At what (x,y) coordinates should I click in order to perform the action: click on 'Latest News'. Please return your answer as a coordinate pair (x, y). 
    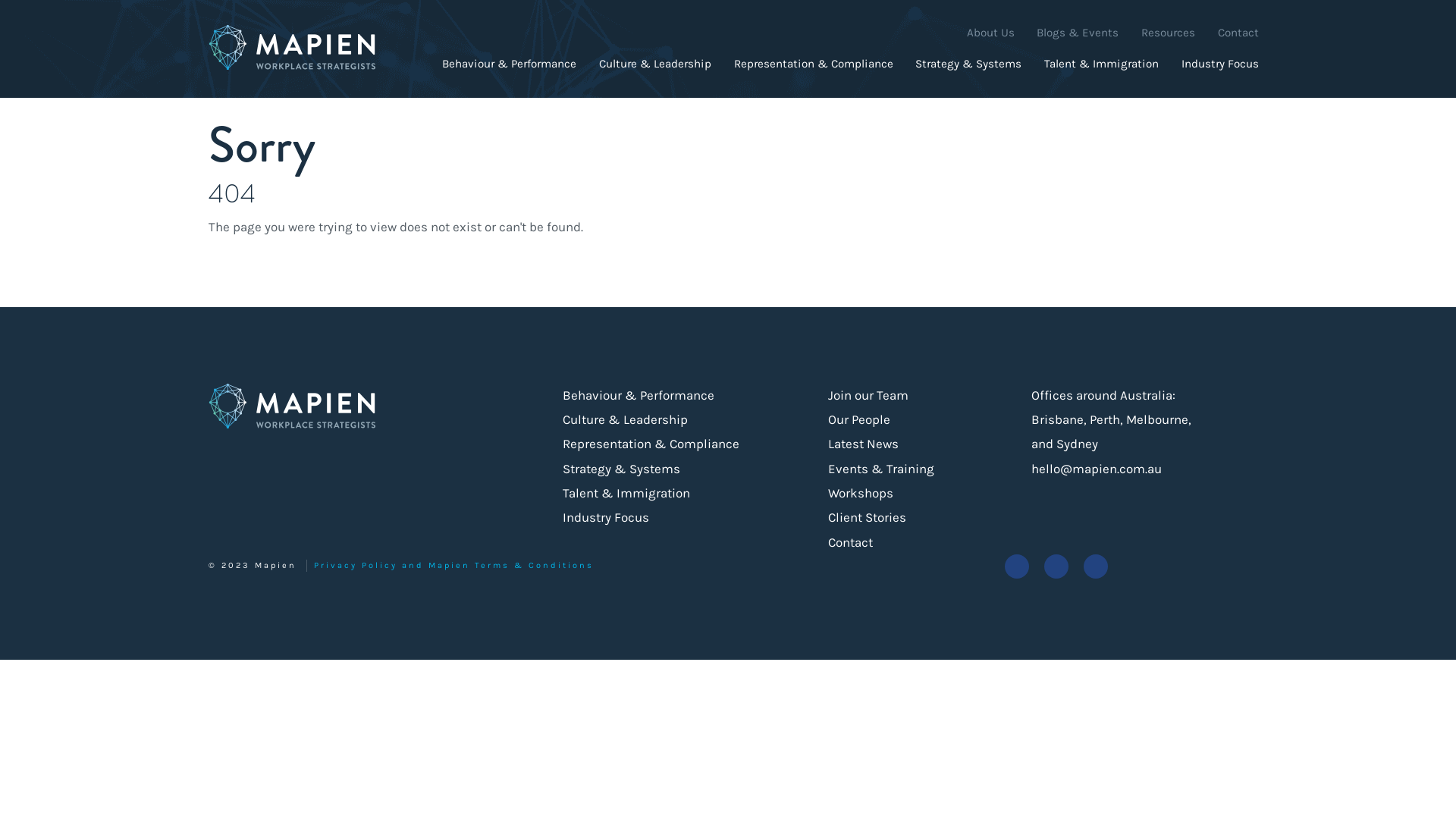
    Looking at the image, I should click on (863, 444).